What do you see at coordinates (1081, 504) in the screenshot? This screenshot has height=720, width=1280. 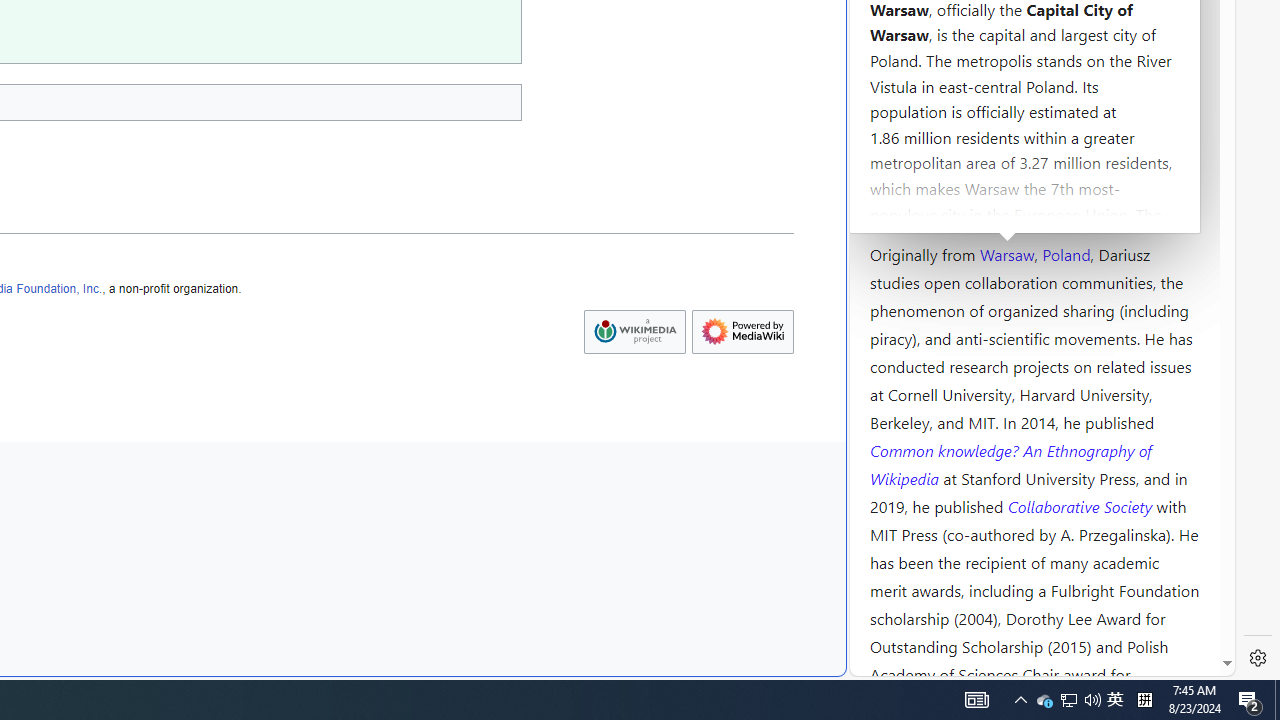 I see `'Collaborative Society '` at bounding box center [1081, 504].